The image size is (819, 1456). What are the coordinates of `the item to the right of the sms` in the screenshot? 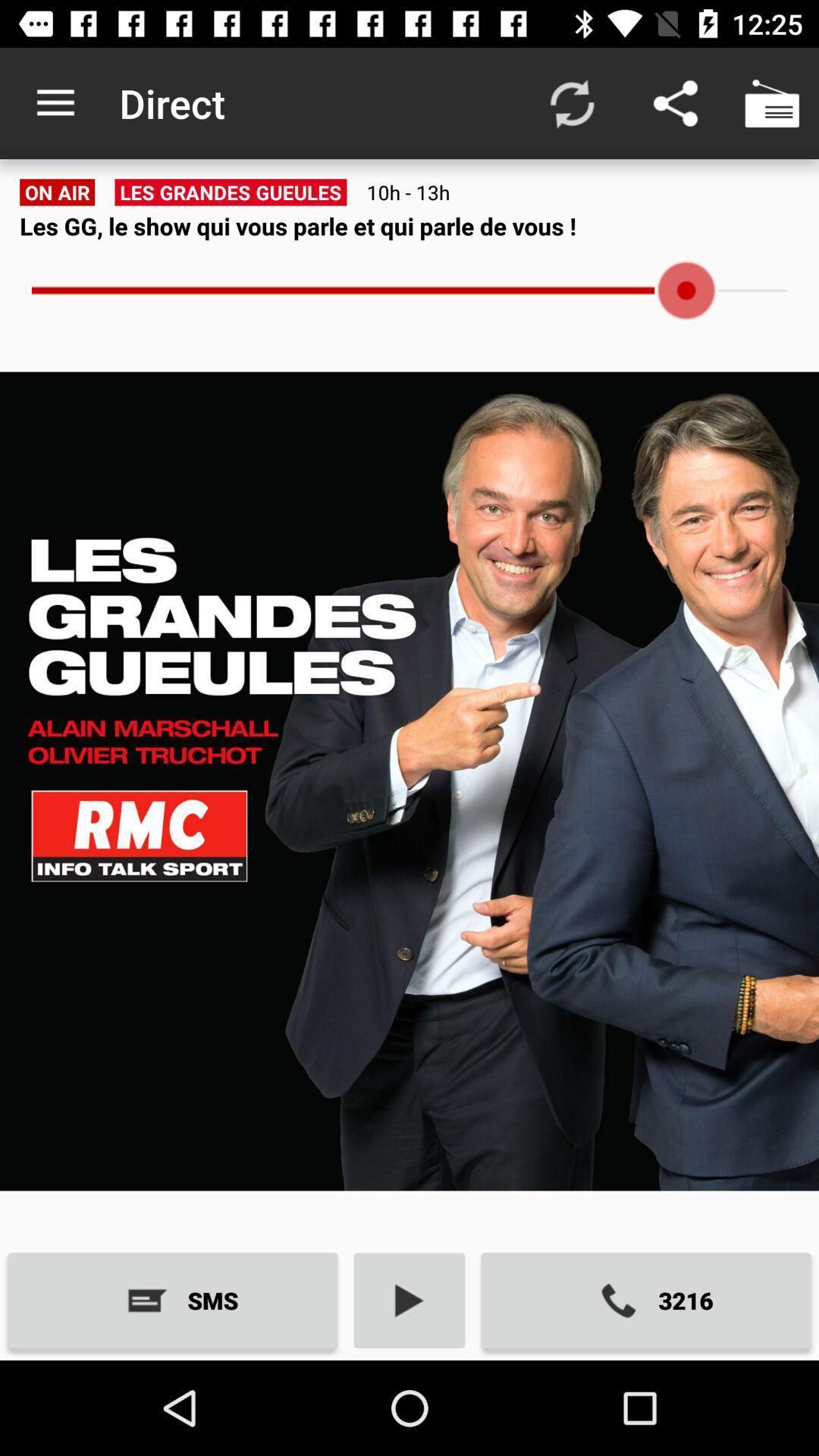 It's located at (409, 1300).